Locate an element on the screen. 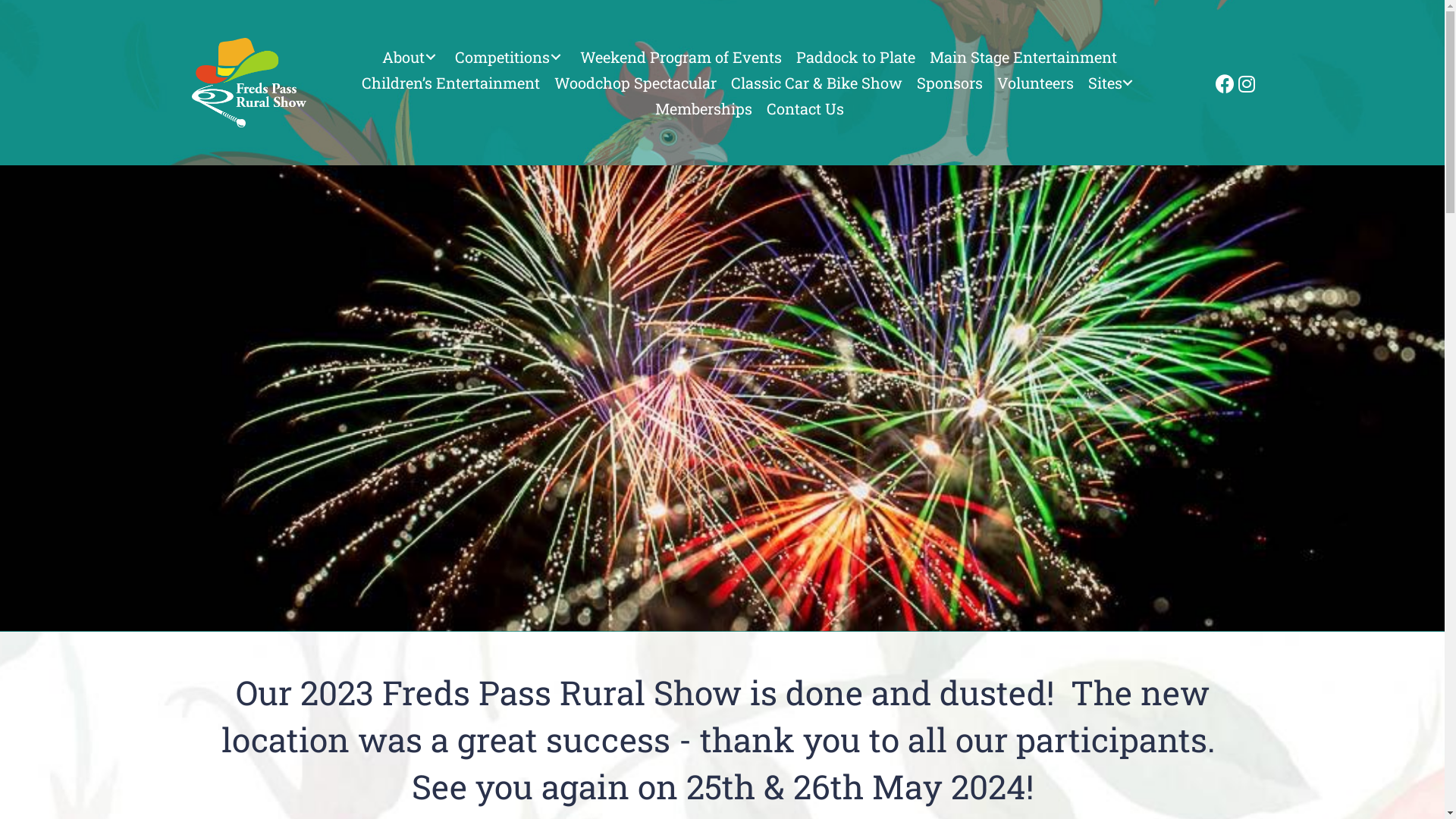  'Classic Car & Bike Show' is located at coordinates (723, 82).